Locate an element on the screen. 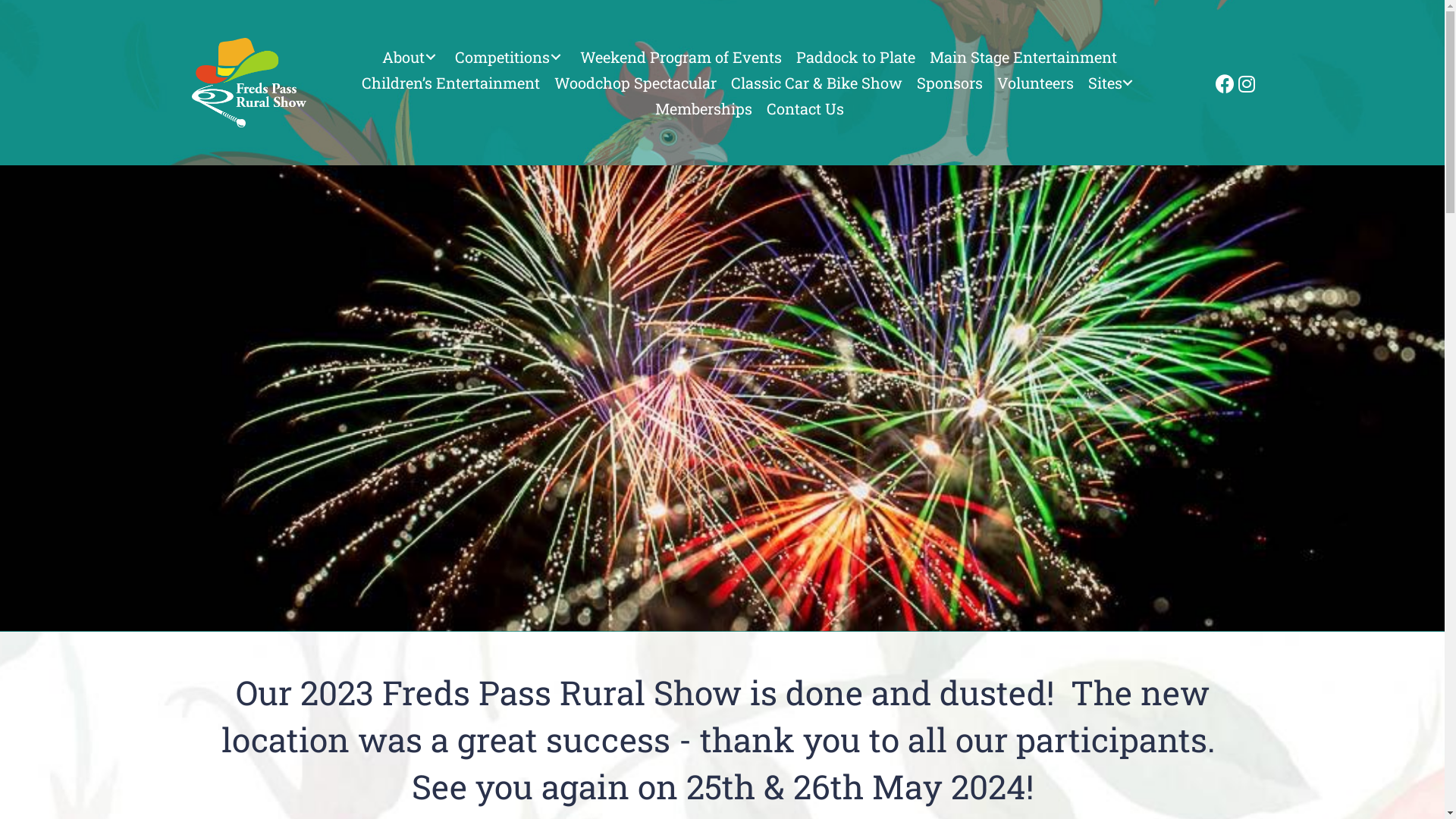  'Classic Car & Bike Show' is located at coordinates (723, 82).